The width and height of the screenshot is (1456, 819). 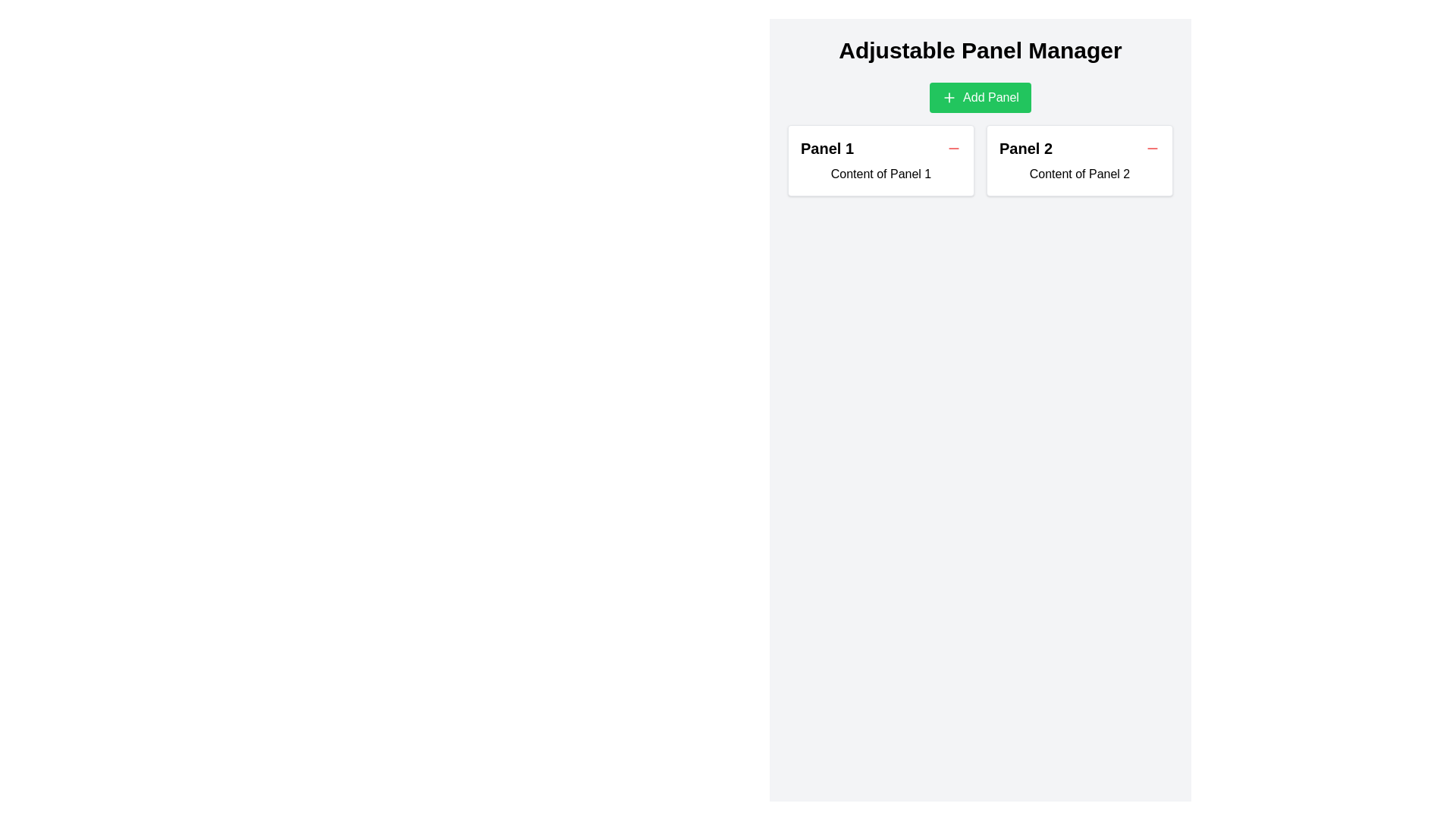 What do you see at coordinates (952, 149) in the screenshot?
I see `the button located` at bounding box center [952, 149].